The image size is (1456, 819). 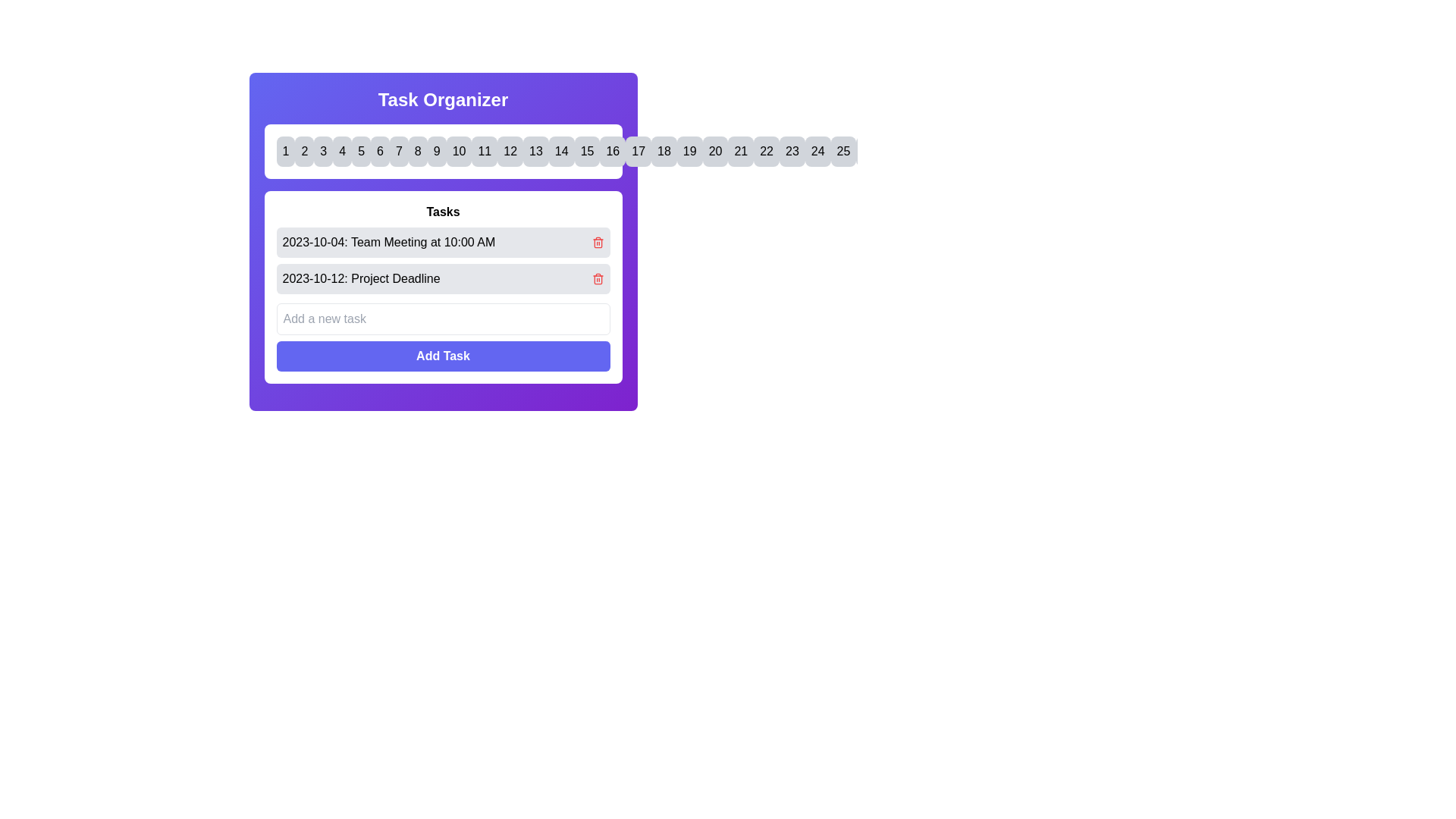 What do you see at coordinates (388, 242) in the screenshot?
I see `text content of the first text label displaying a scheduled event or task in the upper portion of the task list` at bounding box center [388, 242].